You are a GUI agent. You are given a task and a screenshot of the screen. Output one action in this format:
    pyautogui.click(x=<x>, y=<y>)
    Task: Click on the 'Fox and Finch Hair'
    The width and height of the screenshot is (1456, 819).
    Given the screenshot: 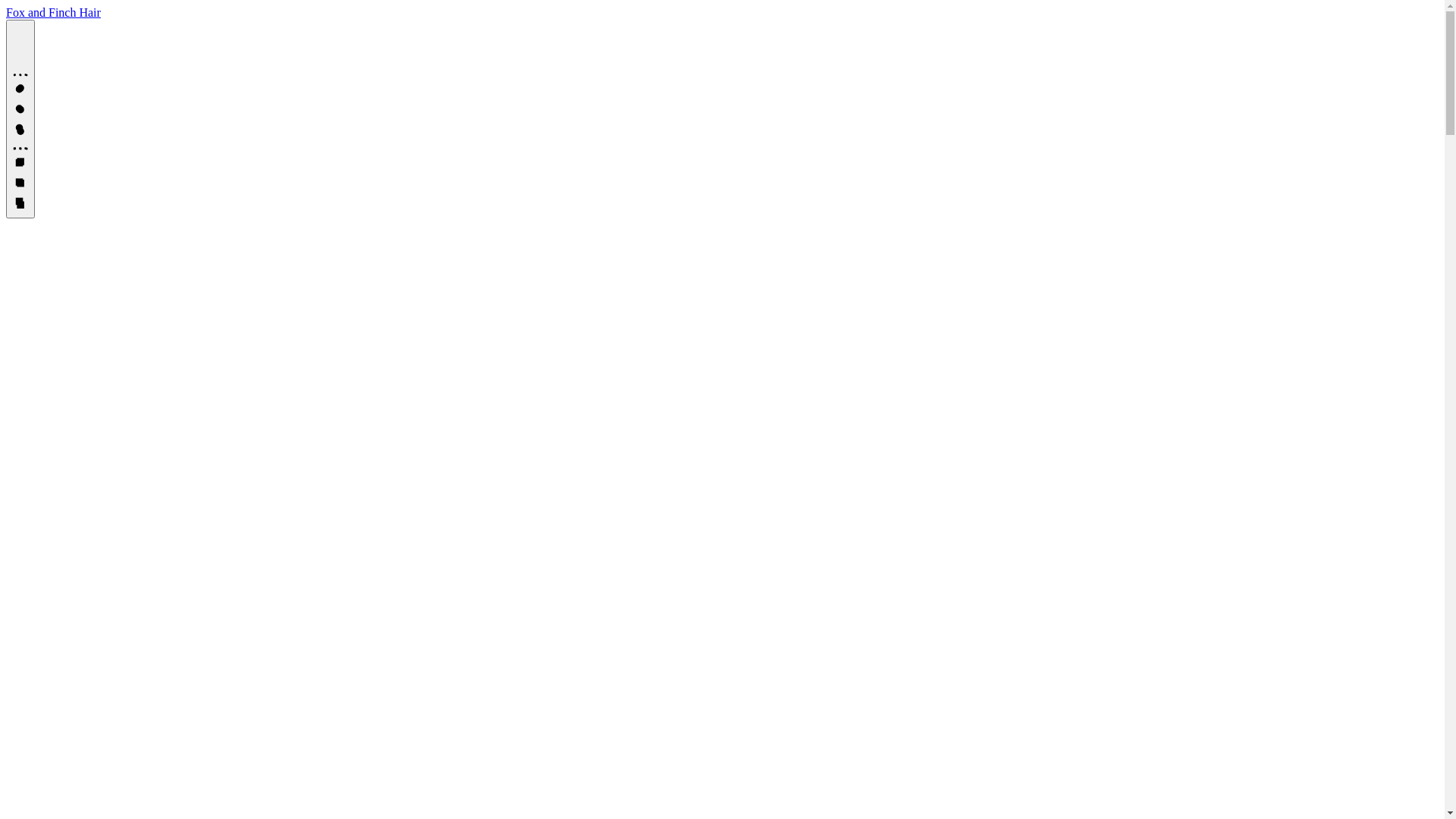 What is the action you would take?
    pyautogui.click(x=53, y=12)
    